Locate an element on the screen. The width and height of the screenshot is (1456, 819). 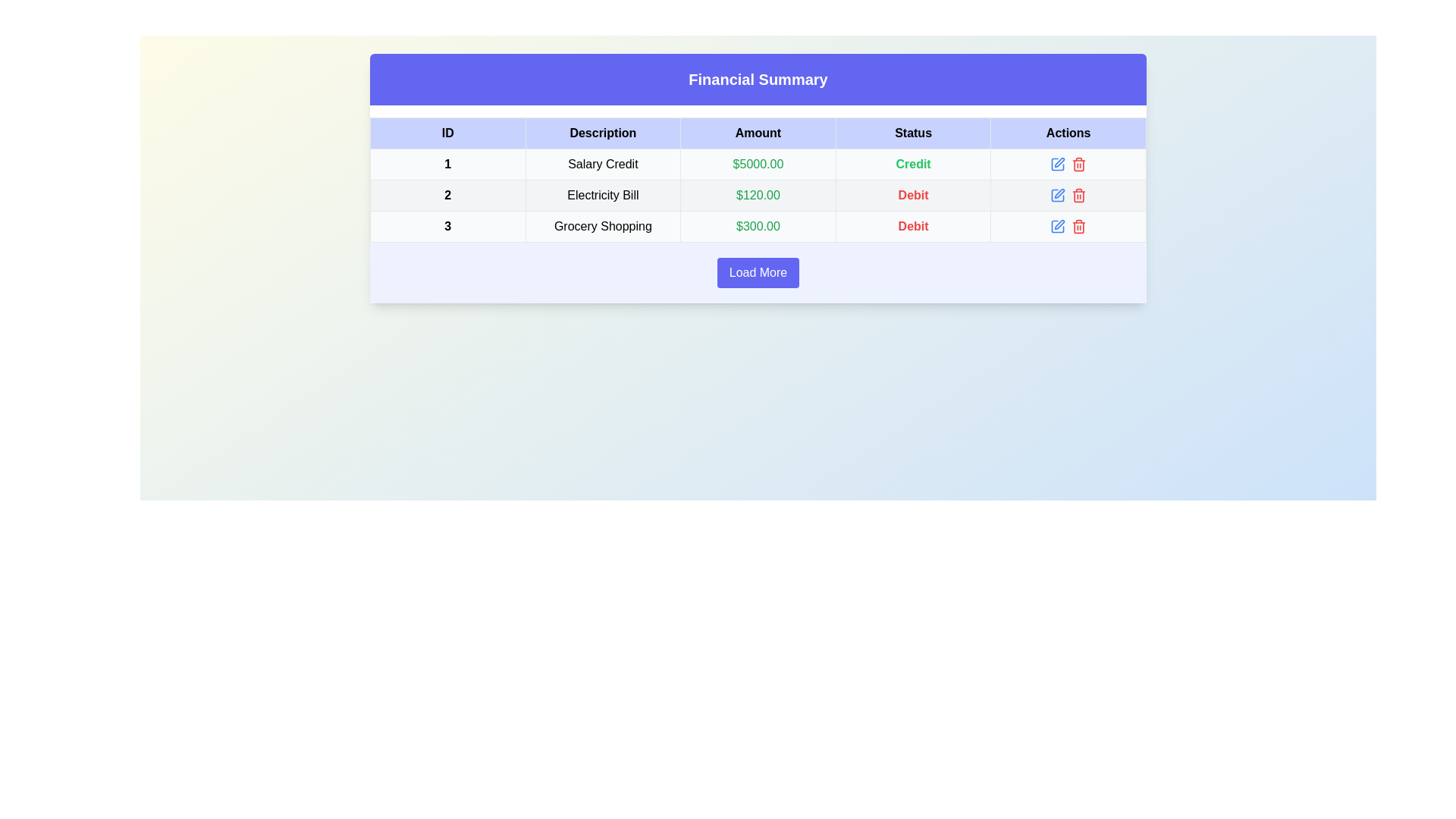
the second row of the financial summary table is located at coordinates (758, 195).